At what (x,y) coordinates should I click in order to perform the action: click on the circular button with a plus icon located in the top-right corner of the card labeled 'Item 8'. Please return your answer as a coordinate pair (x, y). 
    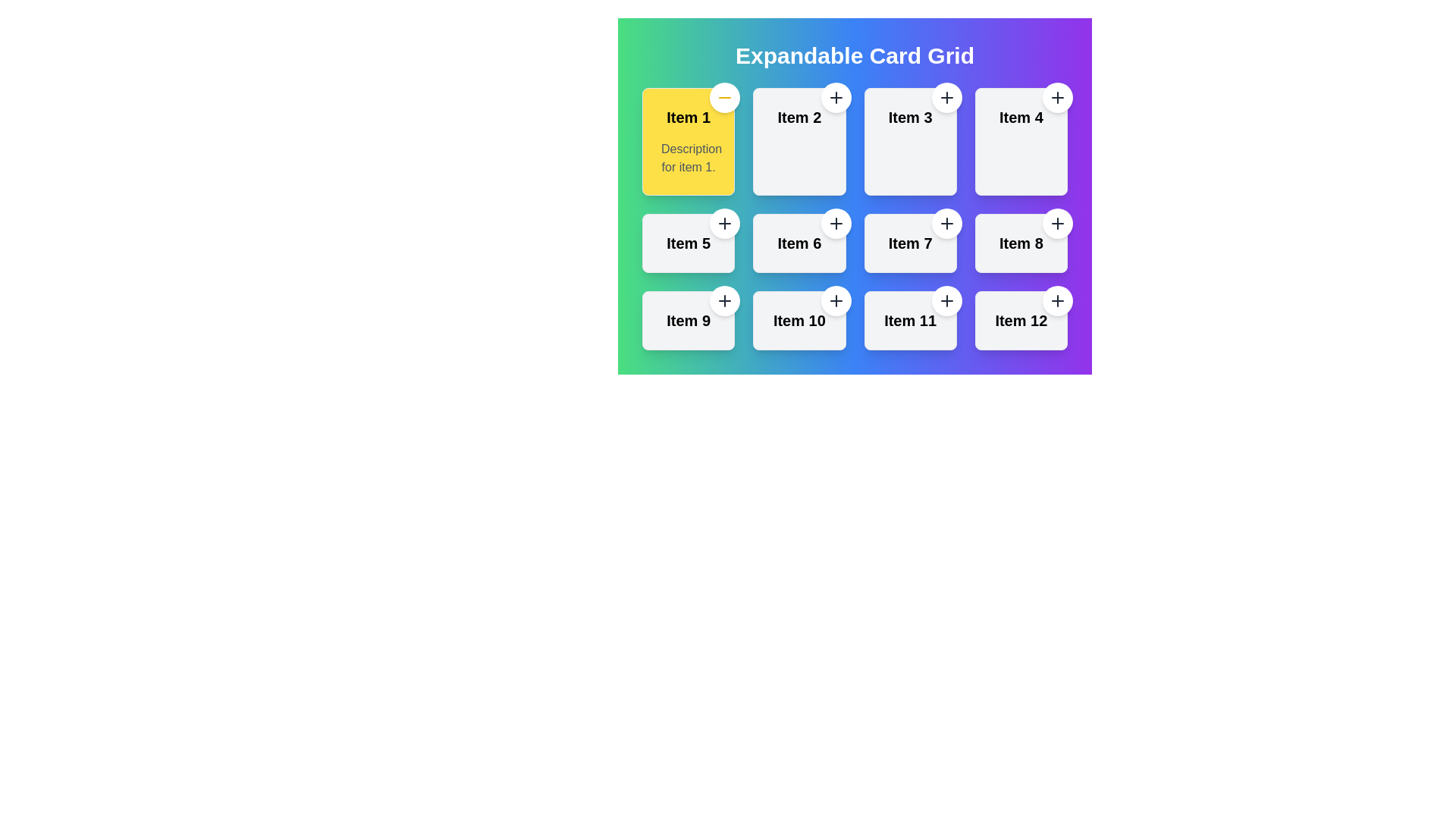
    Looking at the image, I should click on (1057, 223).